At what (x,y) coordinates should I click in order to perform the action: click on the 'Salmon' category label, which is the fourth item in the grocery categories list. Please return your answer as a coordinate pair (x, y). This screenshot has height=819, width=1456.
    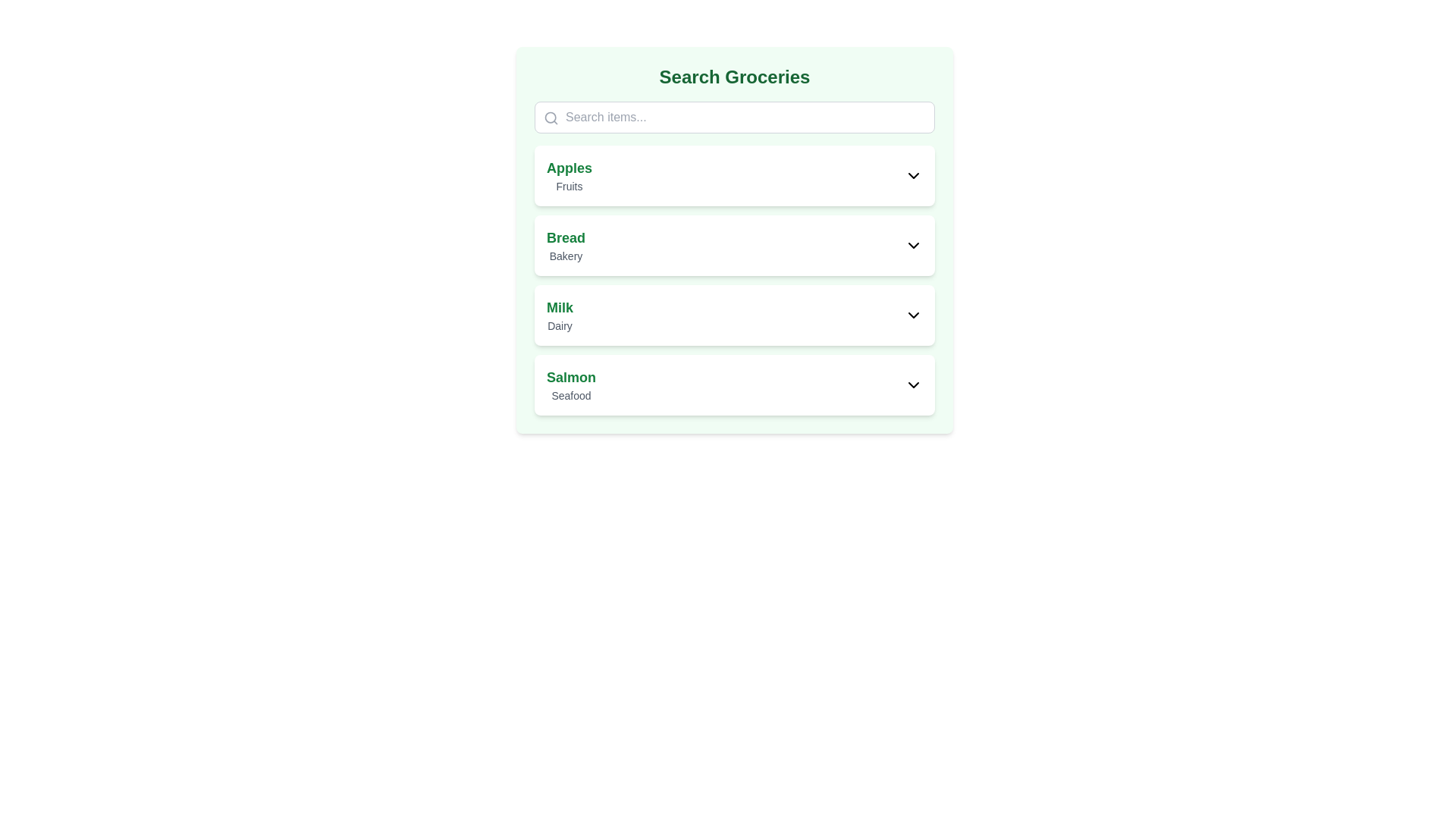
    Looking at the image, I should click on (570, 384).